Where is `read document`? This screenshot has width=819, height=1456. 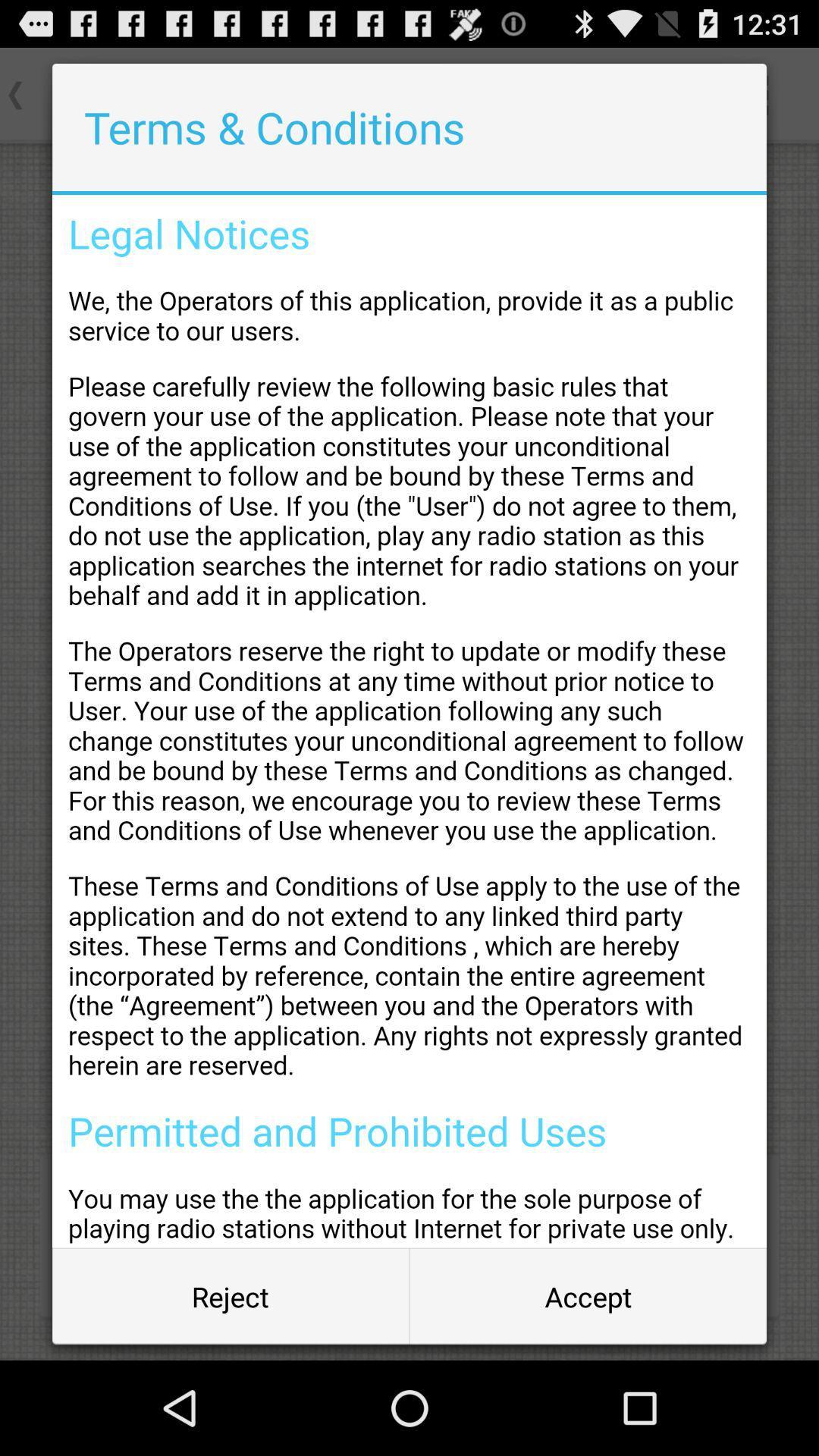
read document is located at coordinates (409, 720).